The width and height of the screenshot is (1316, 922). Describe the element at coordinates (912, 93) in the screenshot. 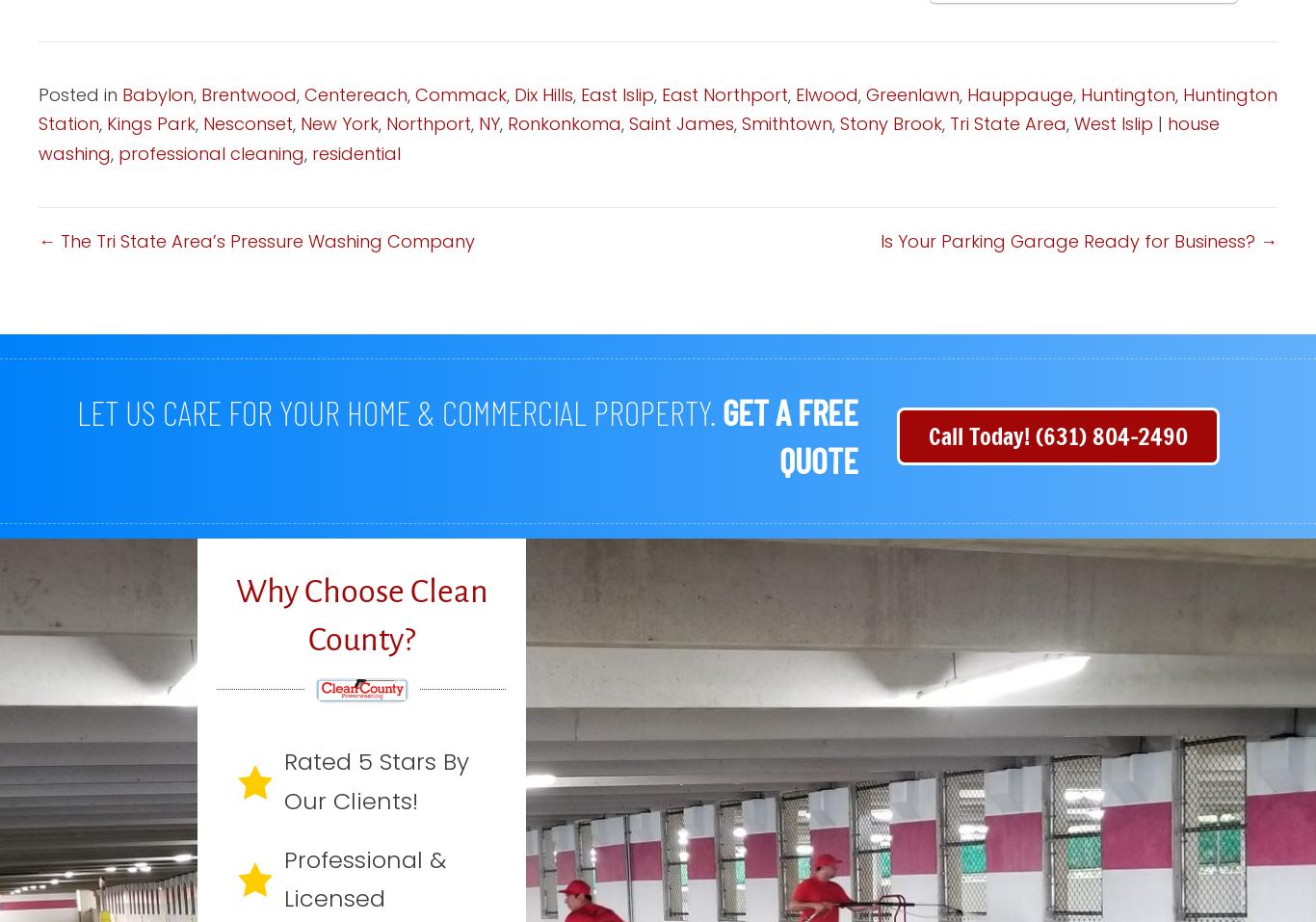

I see `'Greenlawn'` at that location.